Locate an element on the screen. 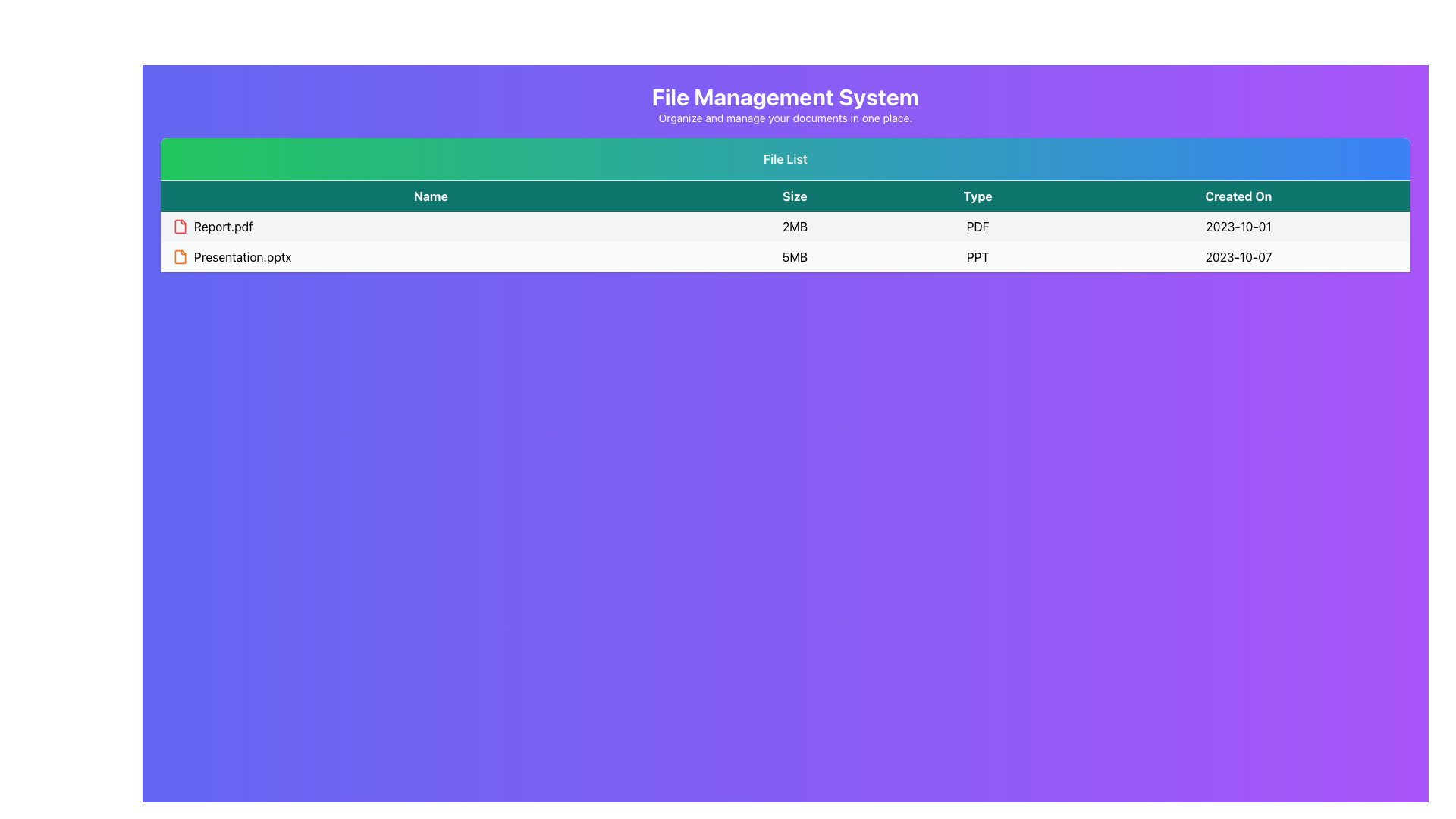  the 'Type' text label in the header row of the table, which is displayed in bold white font on a dark teal background, located in the third column after 'Name' and 'Size' is located at coordinates (977, 195).